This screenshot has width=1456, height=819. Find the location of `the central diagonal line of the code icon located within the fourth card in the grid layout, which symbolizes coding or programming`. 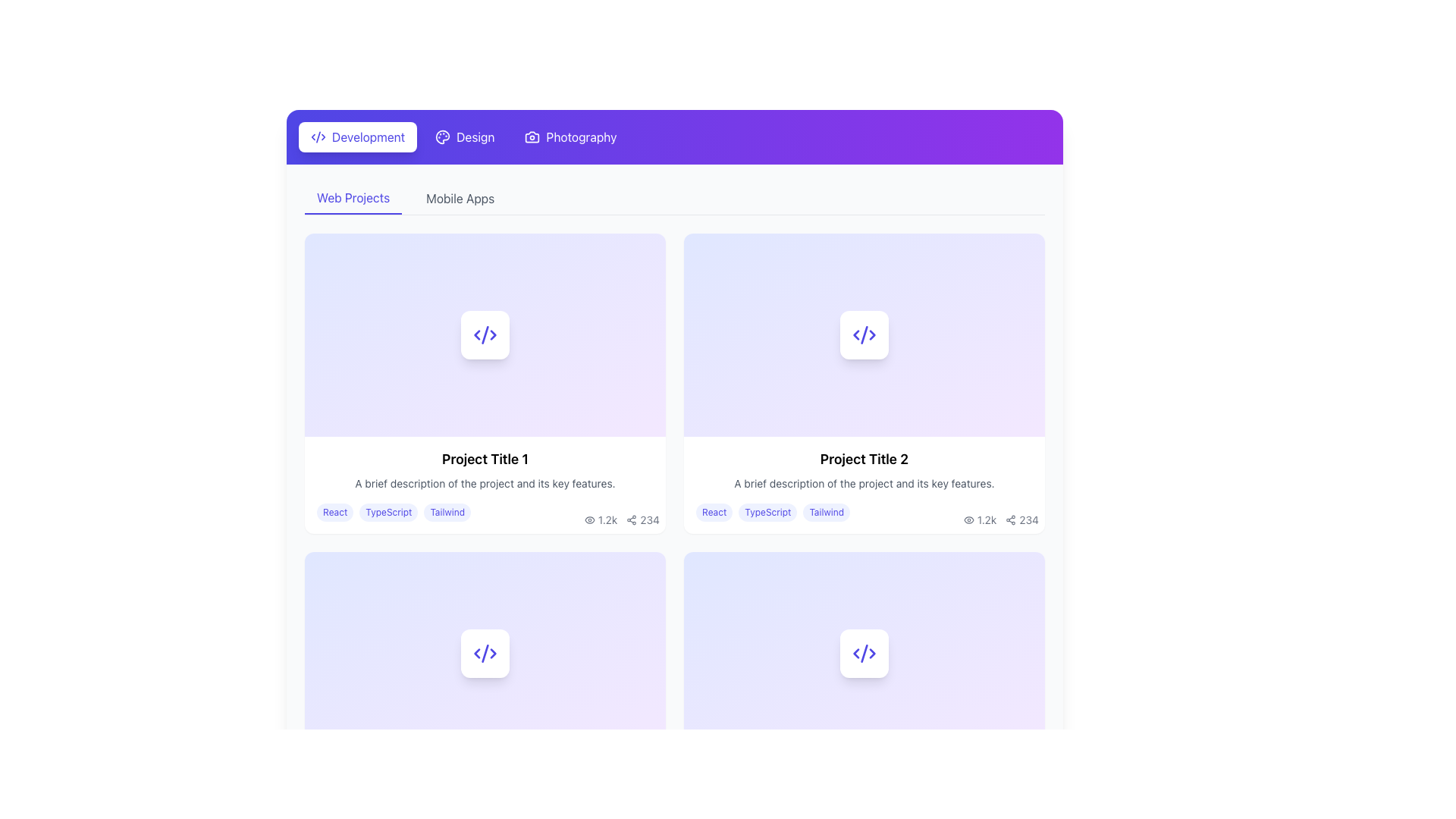

the central diagonal line of the code icon located within the fourth card in the grid layout, which symbolizes coding or programming is located at coordinates (484, 651).